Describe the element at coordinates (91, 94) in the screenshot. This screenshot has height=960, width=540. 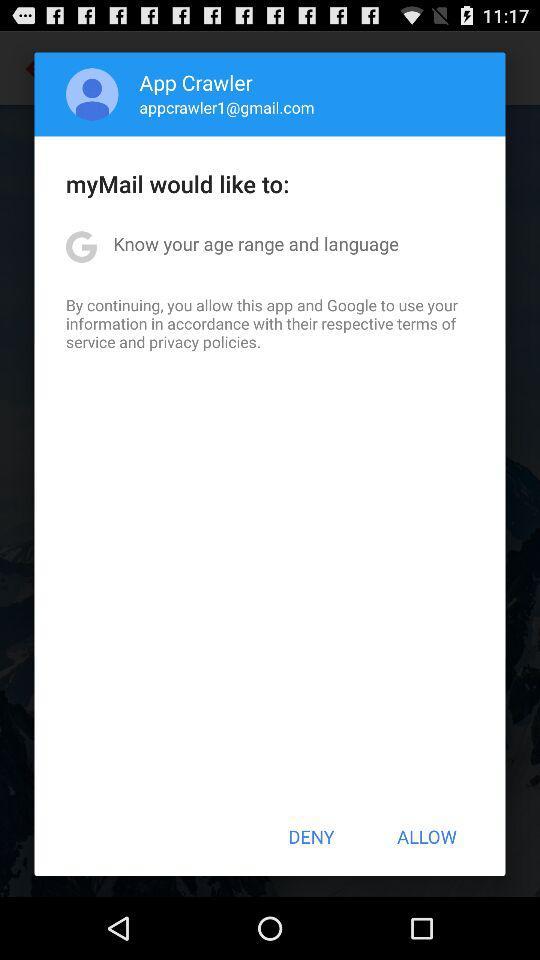
I see `the app to the left of app crawler icon` at that location.